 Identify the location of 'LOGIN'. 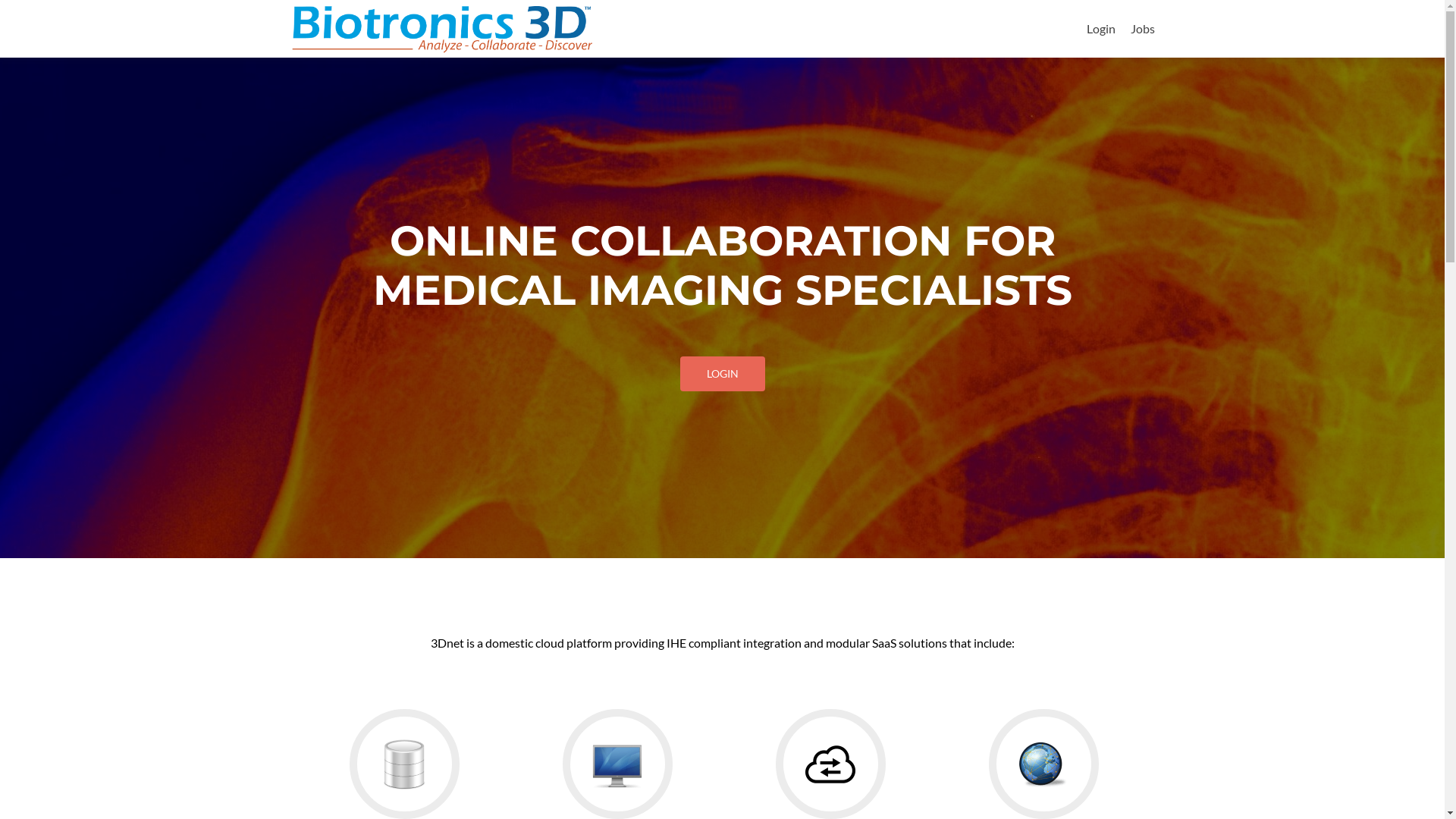
(720, 374).